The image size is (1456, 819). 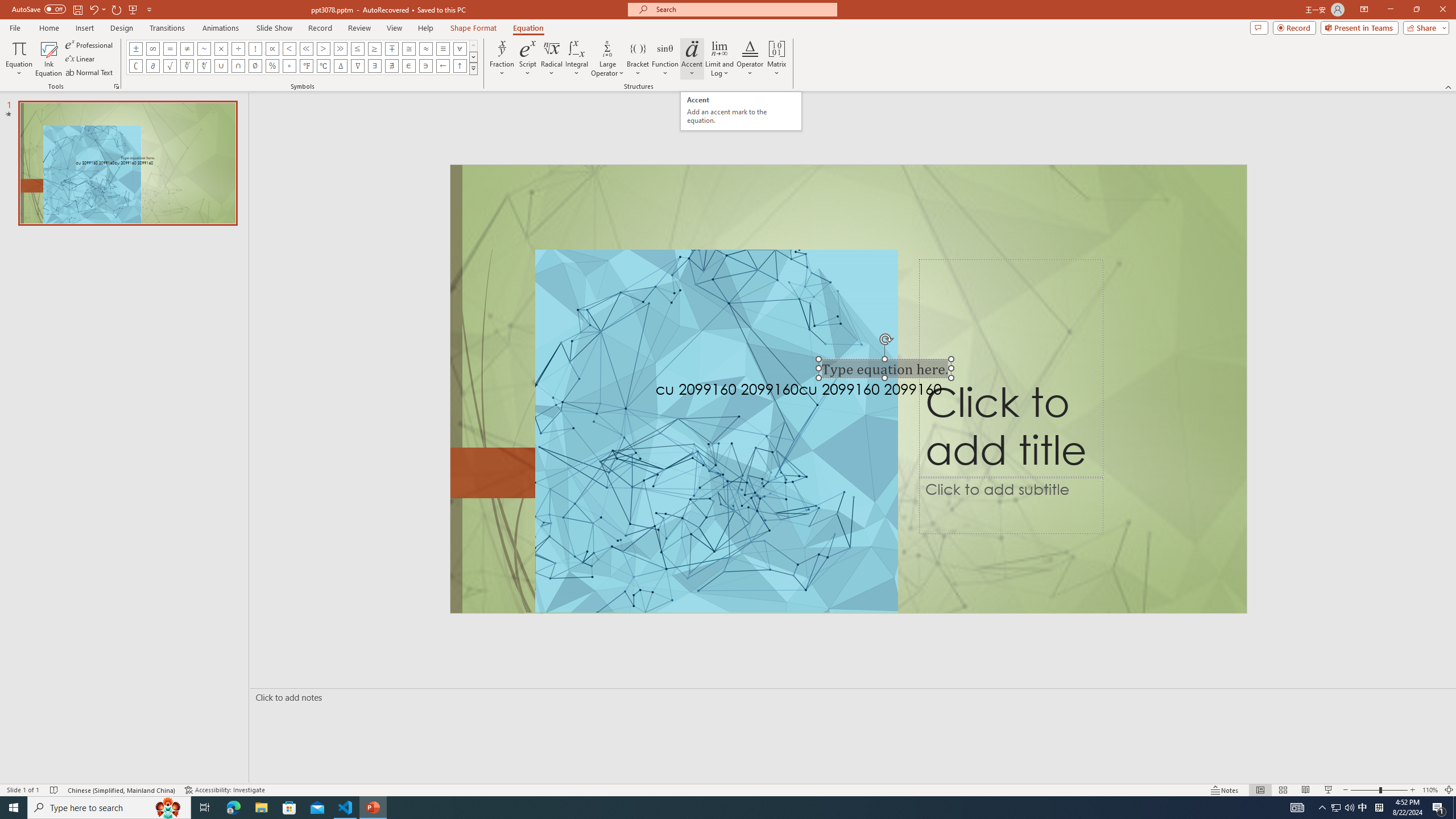 I want to click on 'Equation Symbol Percentage', so click(x=271, y=65).